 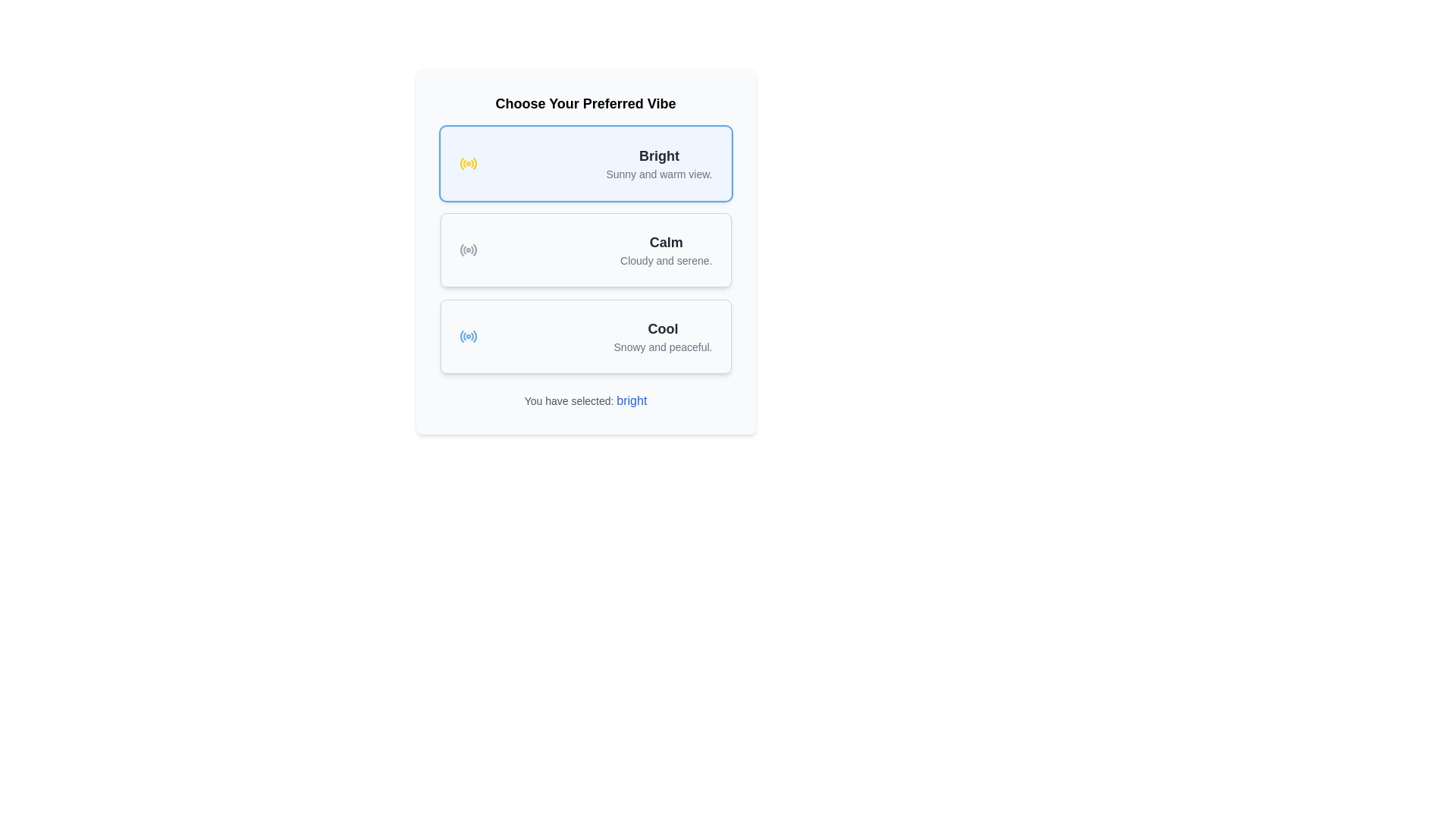 I want to click on the 'Calm' vibe selectable card, which is the second card in a stack of three options, so click(x=585, y=249).